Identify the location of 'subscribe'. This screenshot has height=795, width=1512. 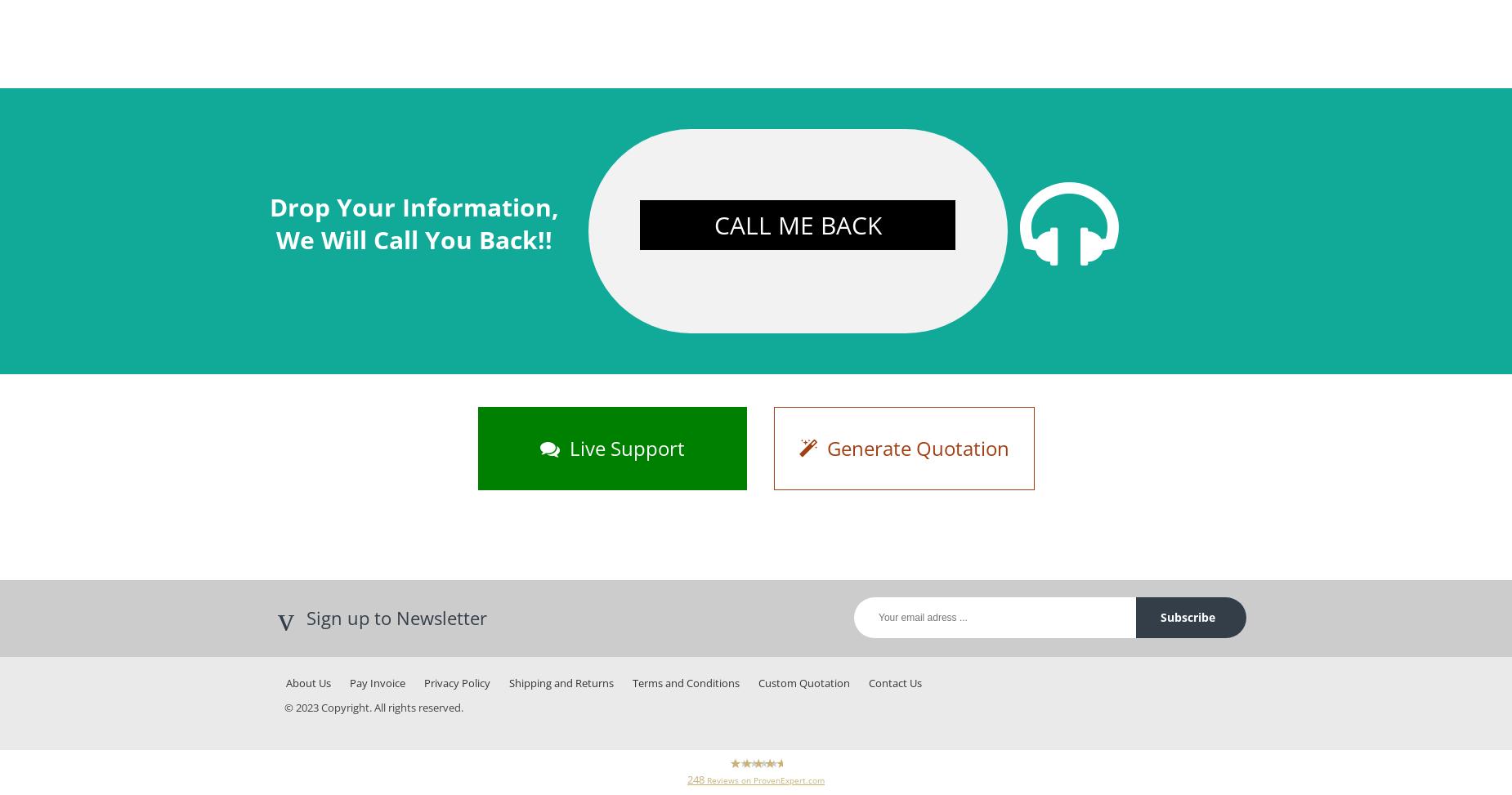
(1188, 617).